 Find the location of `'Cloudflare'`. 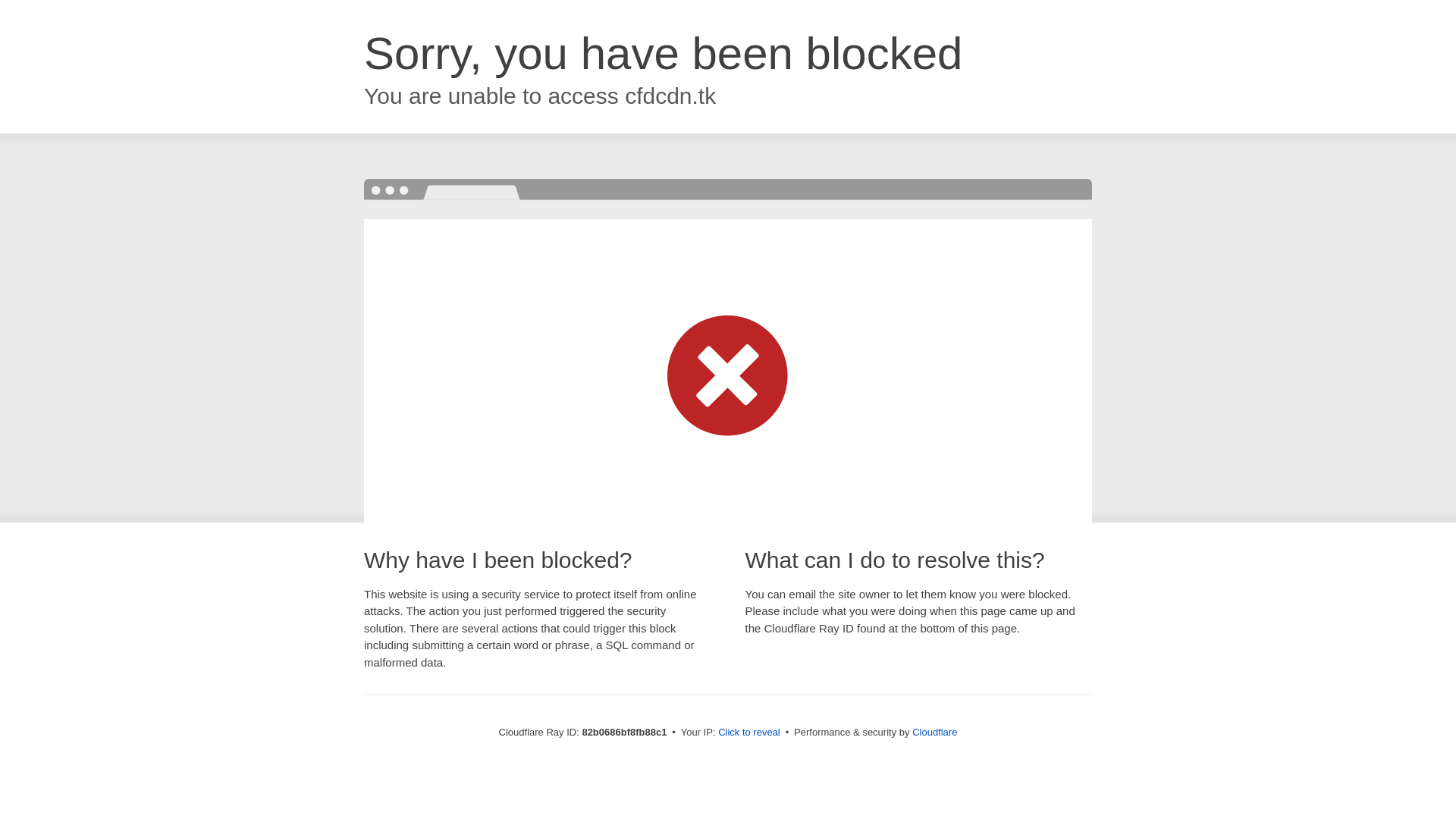

'Cloudflare' is located at coordinates (934, 731).